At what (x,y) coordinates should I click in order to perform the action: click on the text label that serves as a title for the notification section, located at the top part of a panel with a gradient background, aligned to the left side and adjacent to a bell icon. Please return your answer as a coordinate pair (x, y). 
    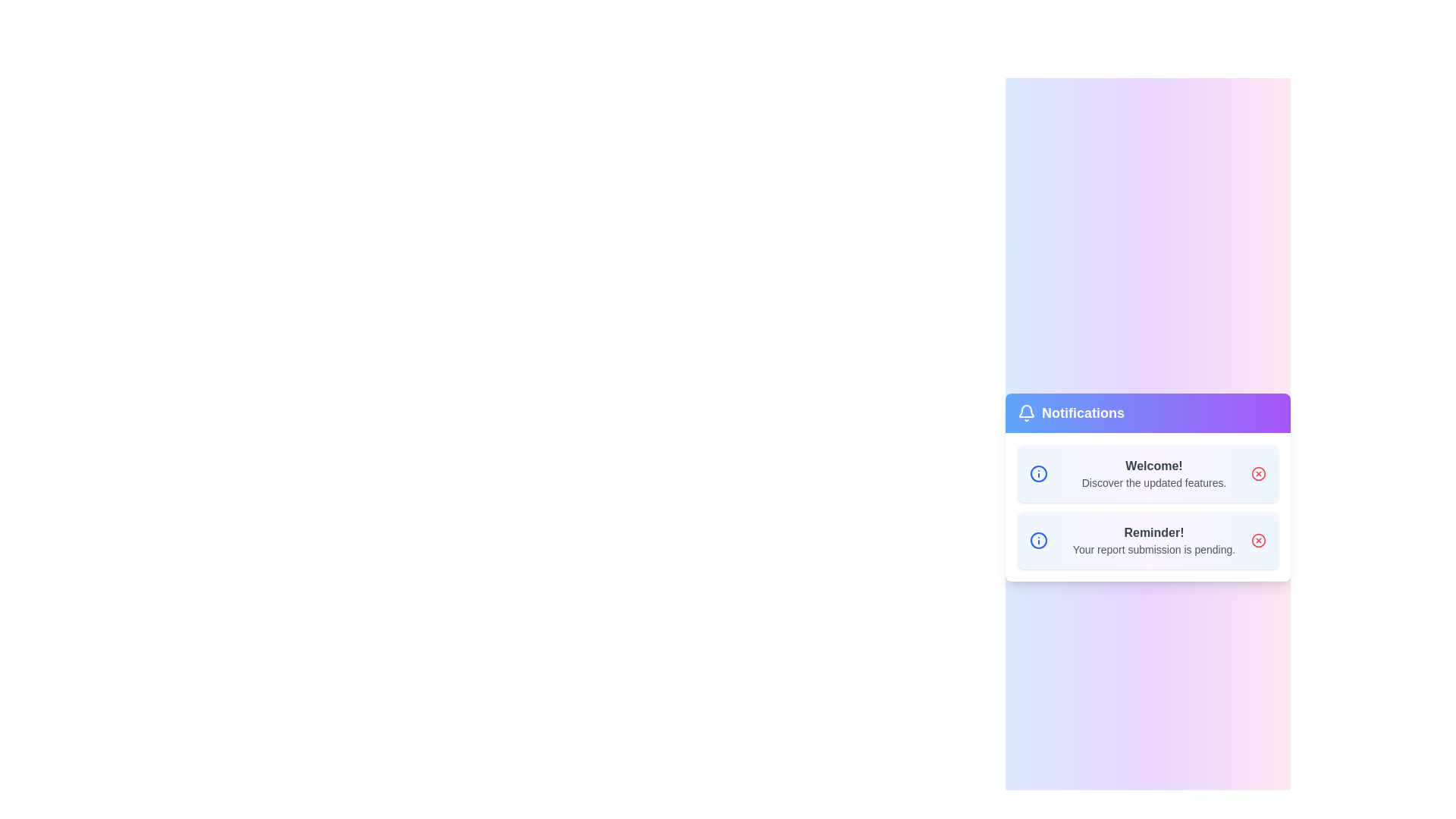
    Looking at the image, I should click on (1070, 413).